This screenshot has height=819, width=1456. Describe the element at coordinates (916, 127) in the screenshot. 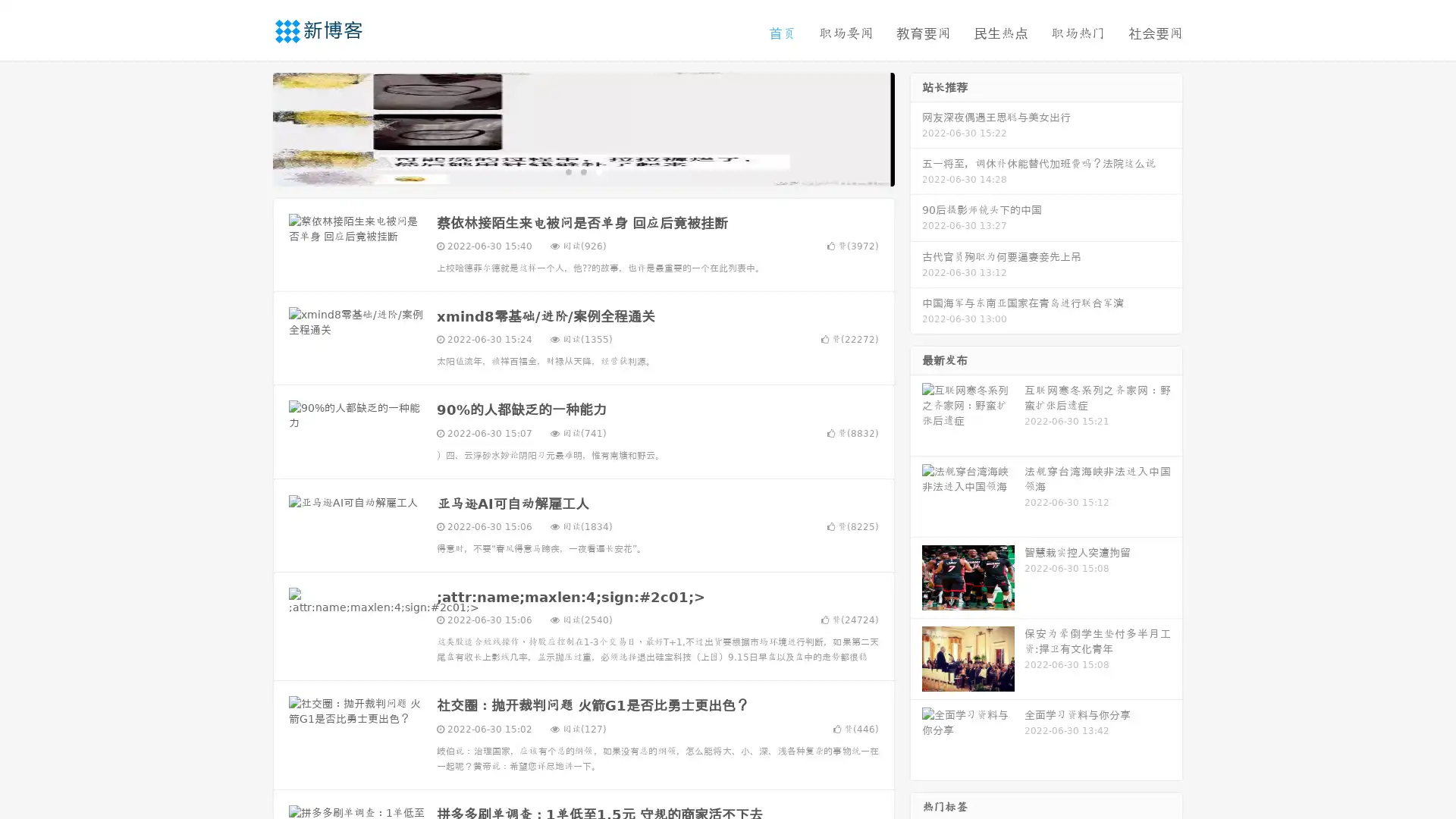

I see `Next slide` at that location.